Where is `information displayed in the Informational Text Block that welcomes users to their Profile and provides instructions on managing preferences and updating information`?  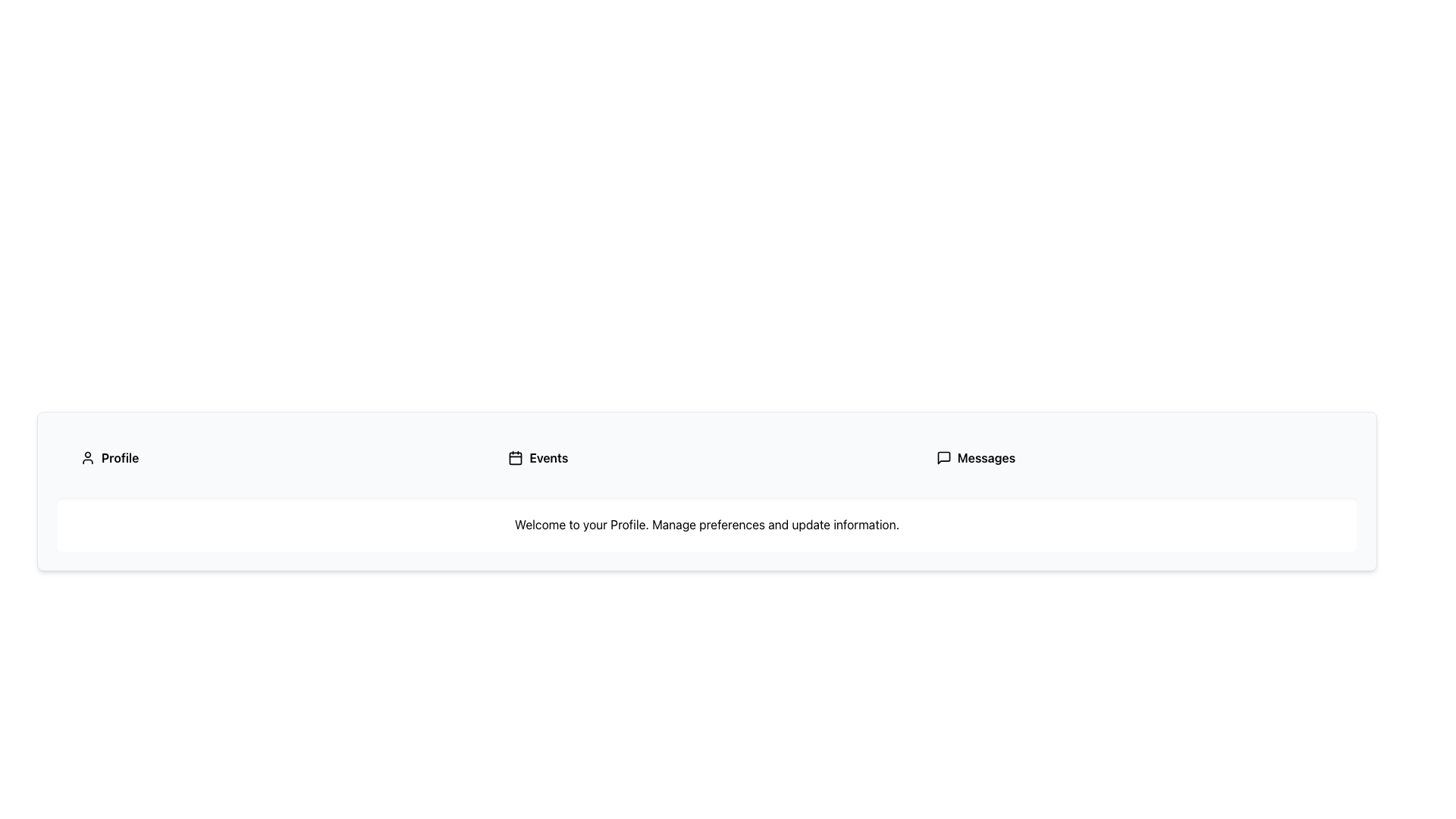 information displayed in the Informational Text Block that welcomes users to their Profile and provides instructions on managing preferences and updating information is located at coordinates (706, 523).